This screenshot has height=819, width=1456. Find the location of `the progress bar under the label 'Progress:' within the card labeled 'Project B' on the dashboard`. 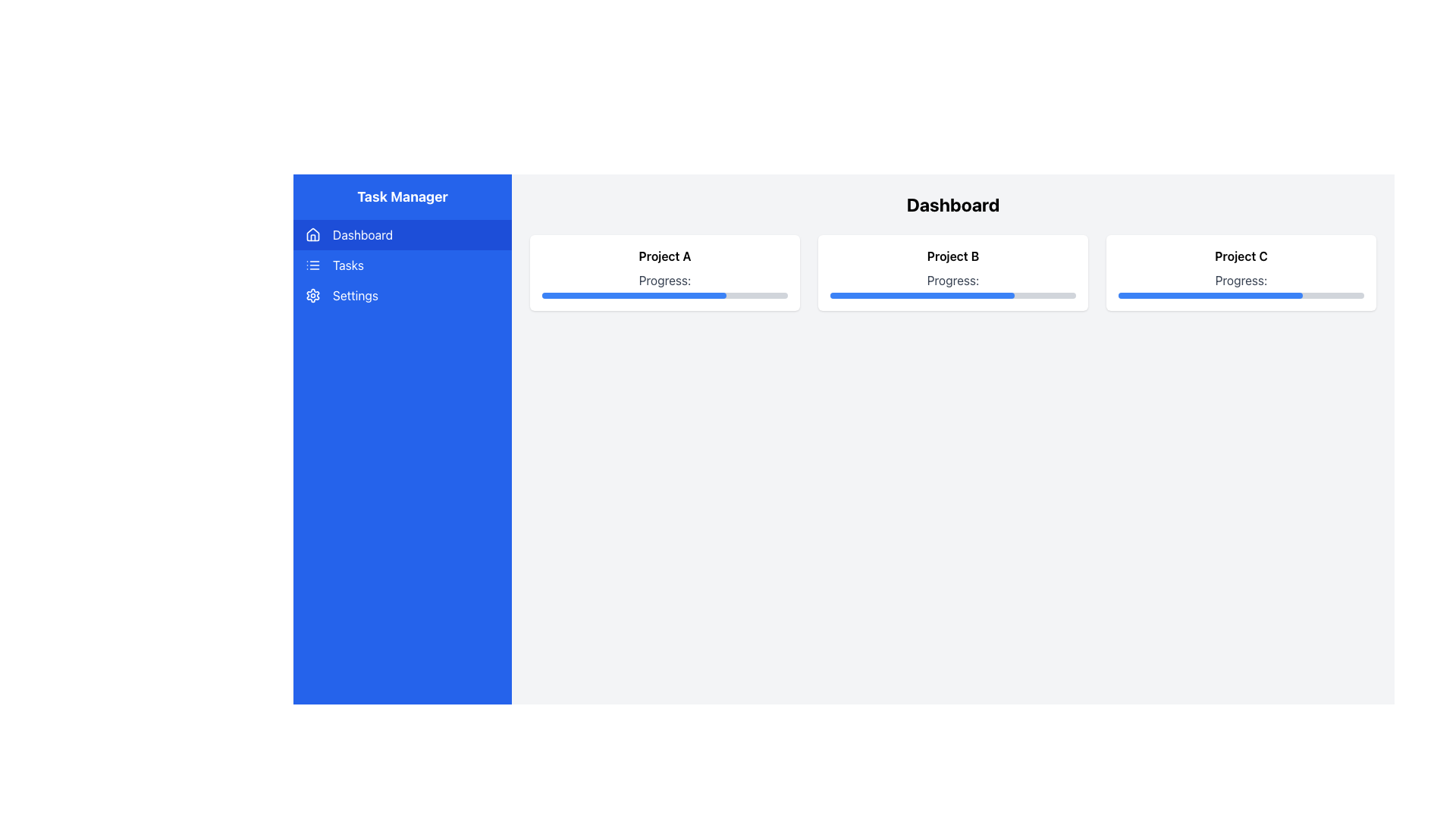

the progress bar under the label 'Progress:' within the card labeled 'Project B' on the dashboard is located at coordinates (952, 295).